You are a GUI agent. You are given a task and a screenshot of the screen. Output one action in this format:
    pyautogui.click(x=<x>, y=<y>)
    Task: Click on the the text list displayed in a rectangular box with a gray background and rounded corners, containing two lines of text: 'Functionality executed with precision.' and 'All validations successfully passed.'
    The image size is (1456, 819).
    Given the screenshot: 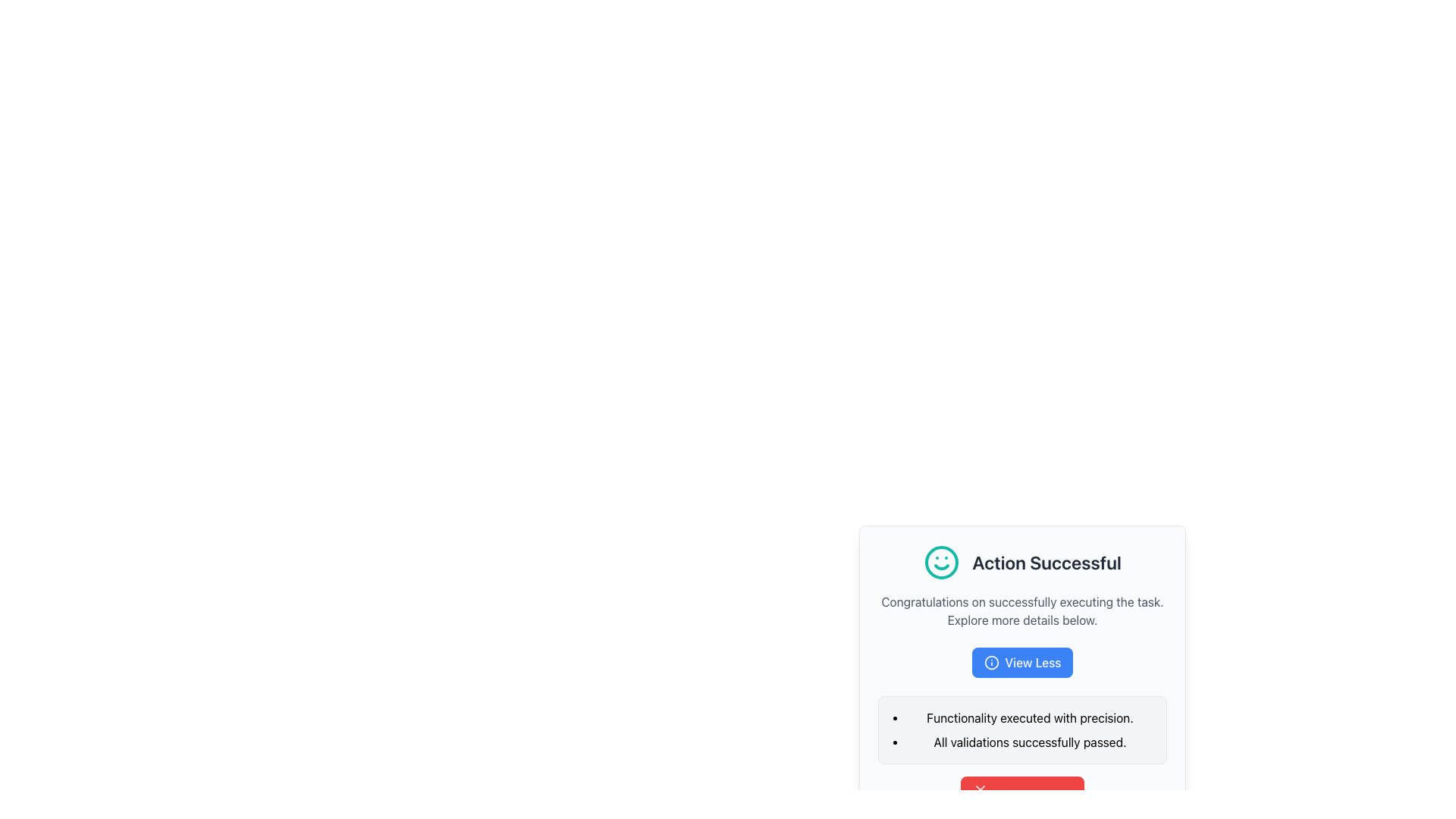 What is the action you would take?
    pyautogui.click(x=1022, y=730)
    